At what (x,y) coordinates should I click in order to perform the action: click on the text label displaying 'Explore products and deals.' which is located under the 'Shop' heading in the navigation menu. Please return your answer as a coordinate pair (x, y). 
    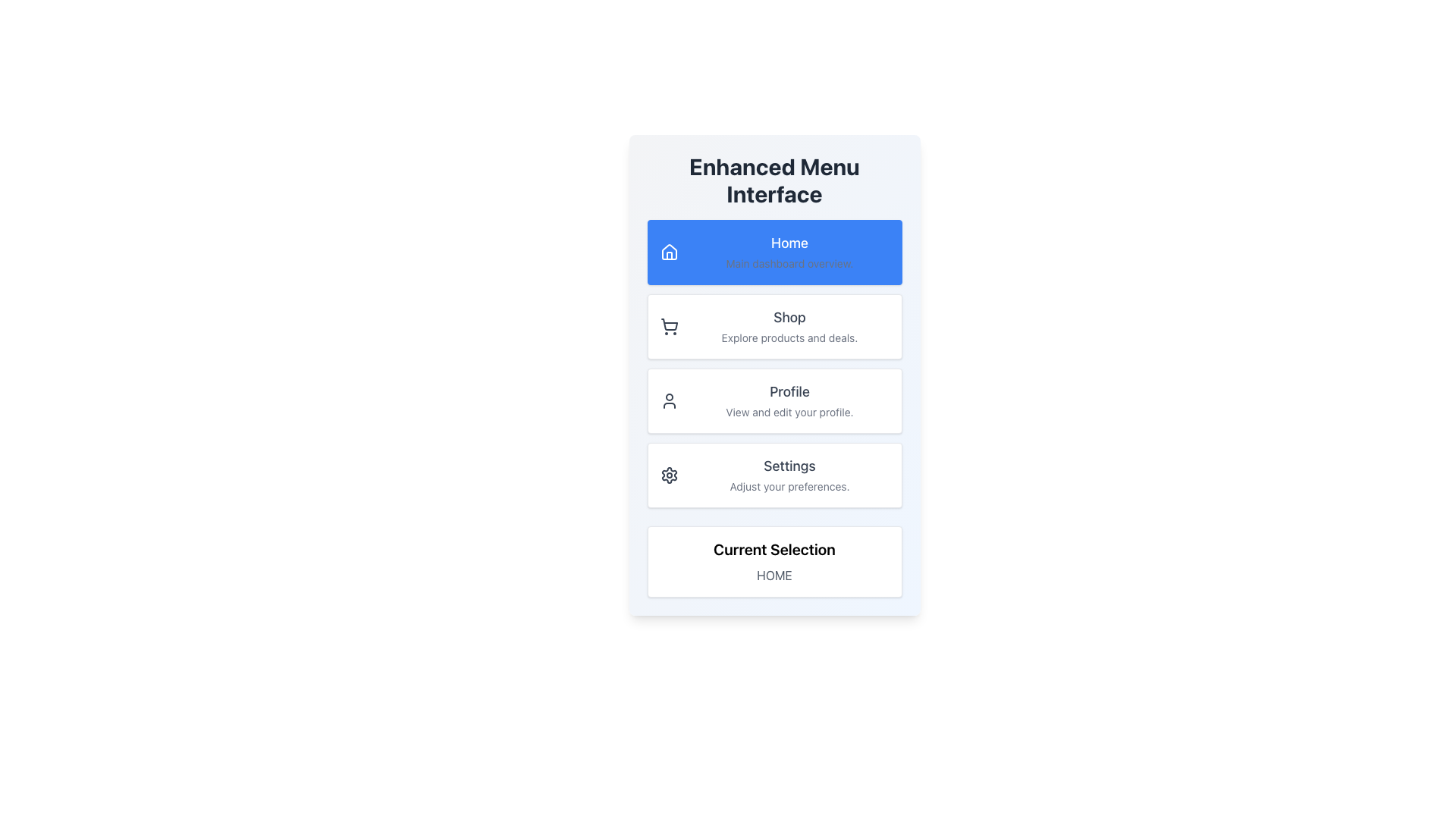
    Looking at the image, I should click on (789, 337).